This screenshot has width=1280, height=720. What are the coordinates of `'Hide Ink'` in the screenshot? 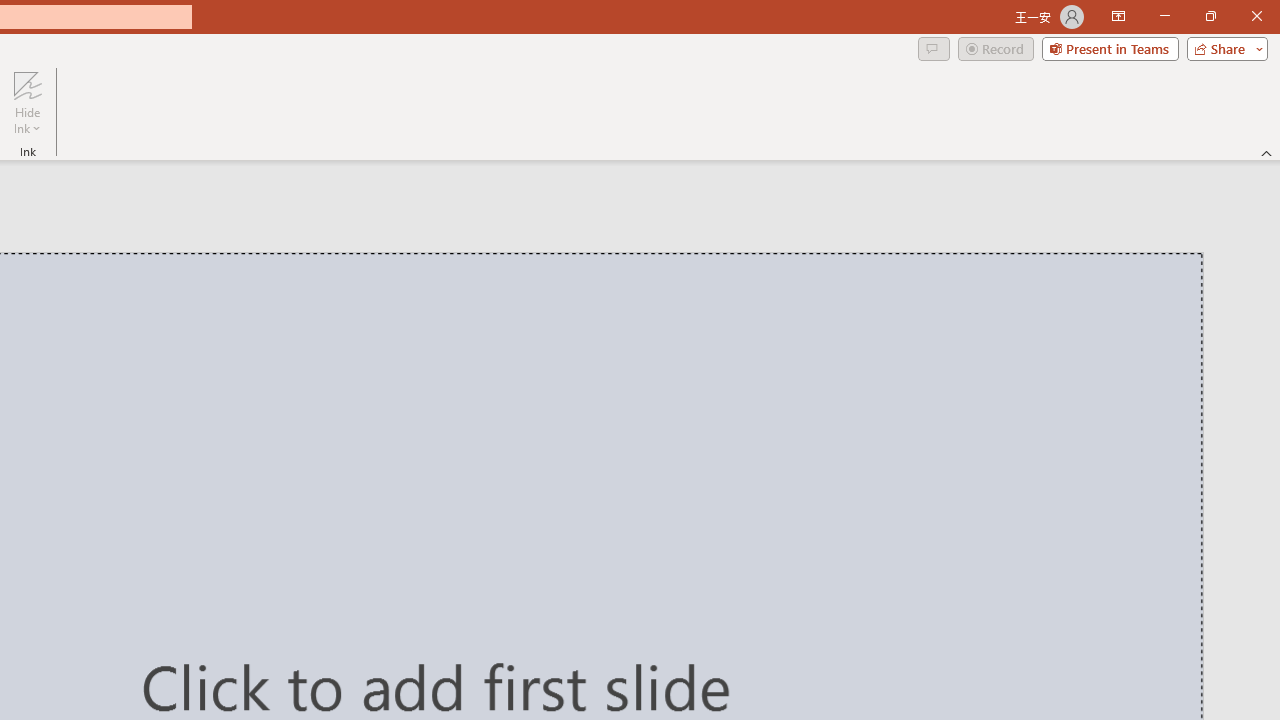 It's located at (27, 103).